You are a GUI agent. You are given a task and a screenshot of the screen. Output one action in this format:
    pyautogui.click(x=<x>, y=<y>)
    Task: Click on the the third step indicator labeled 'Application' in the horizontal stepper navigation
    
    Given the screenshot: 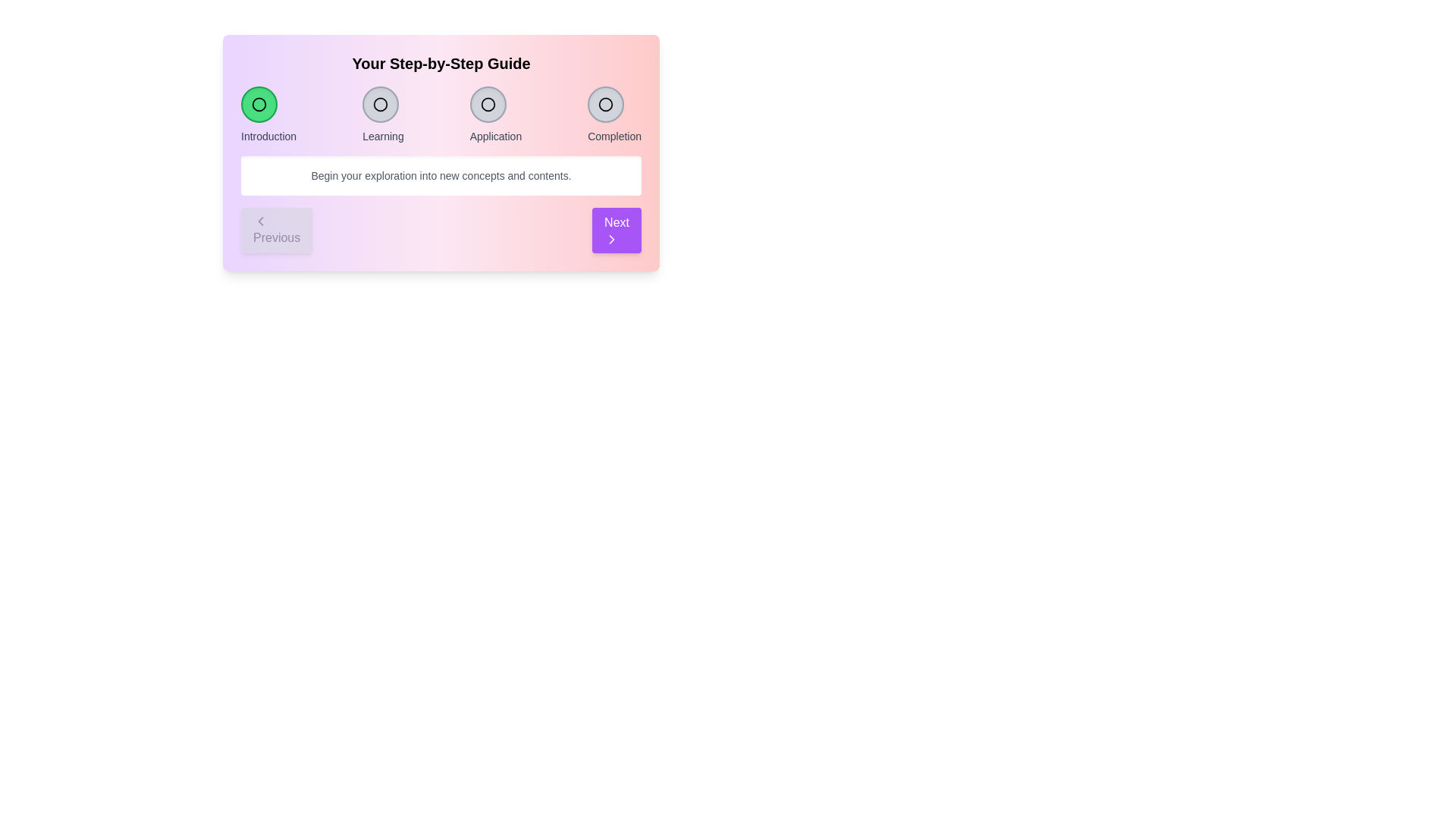 What is the action you would take?
    pyautogui.click(x=495, y=114)
    